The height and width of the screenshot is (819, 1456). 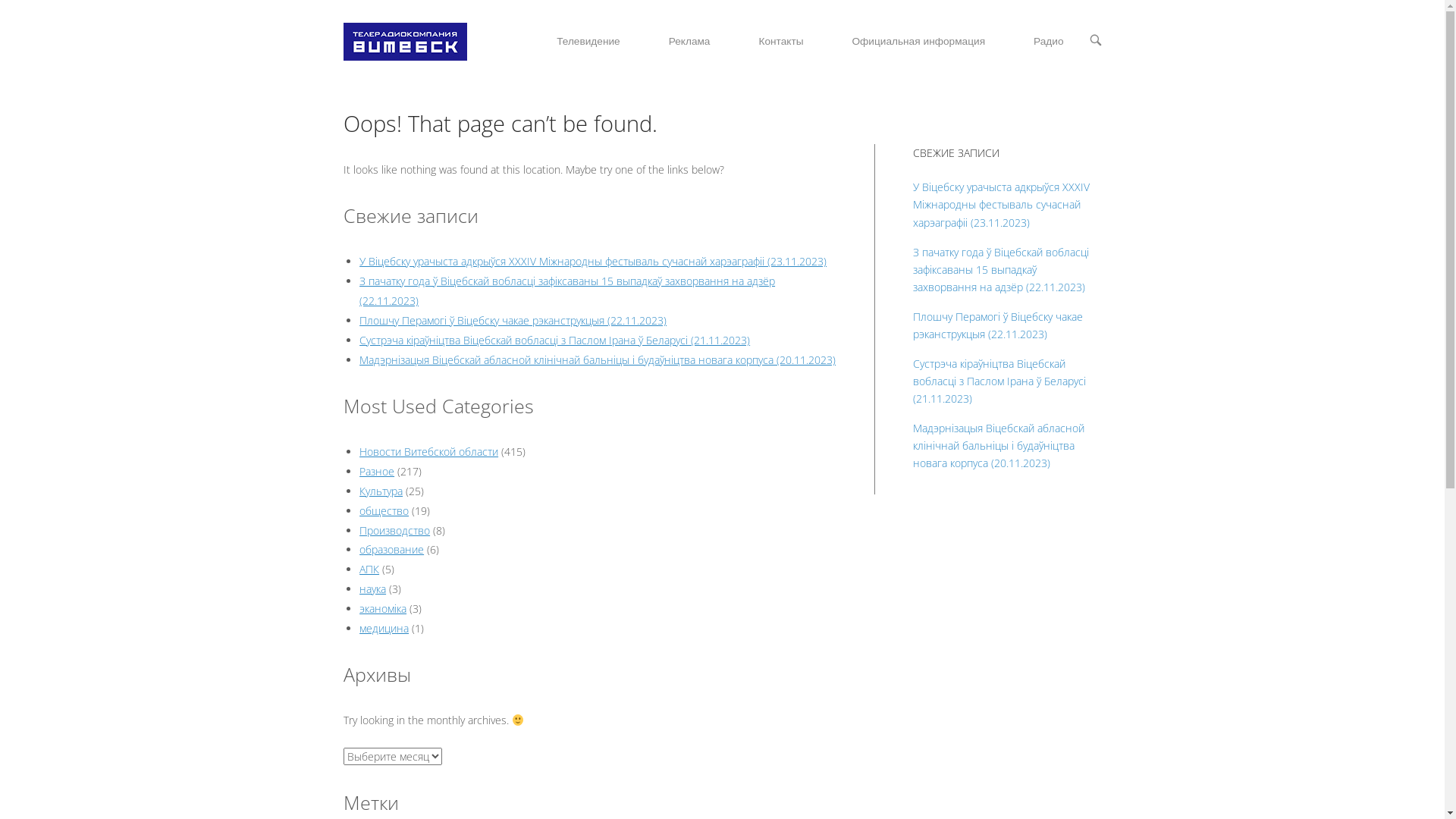 What do you see at coordinates (1095, 40) in the screenshot?
I see `'OPEN SEARCH BAR'` at bounding box center [1095, 40].